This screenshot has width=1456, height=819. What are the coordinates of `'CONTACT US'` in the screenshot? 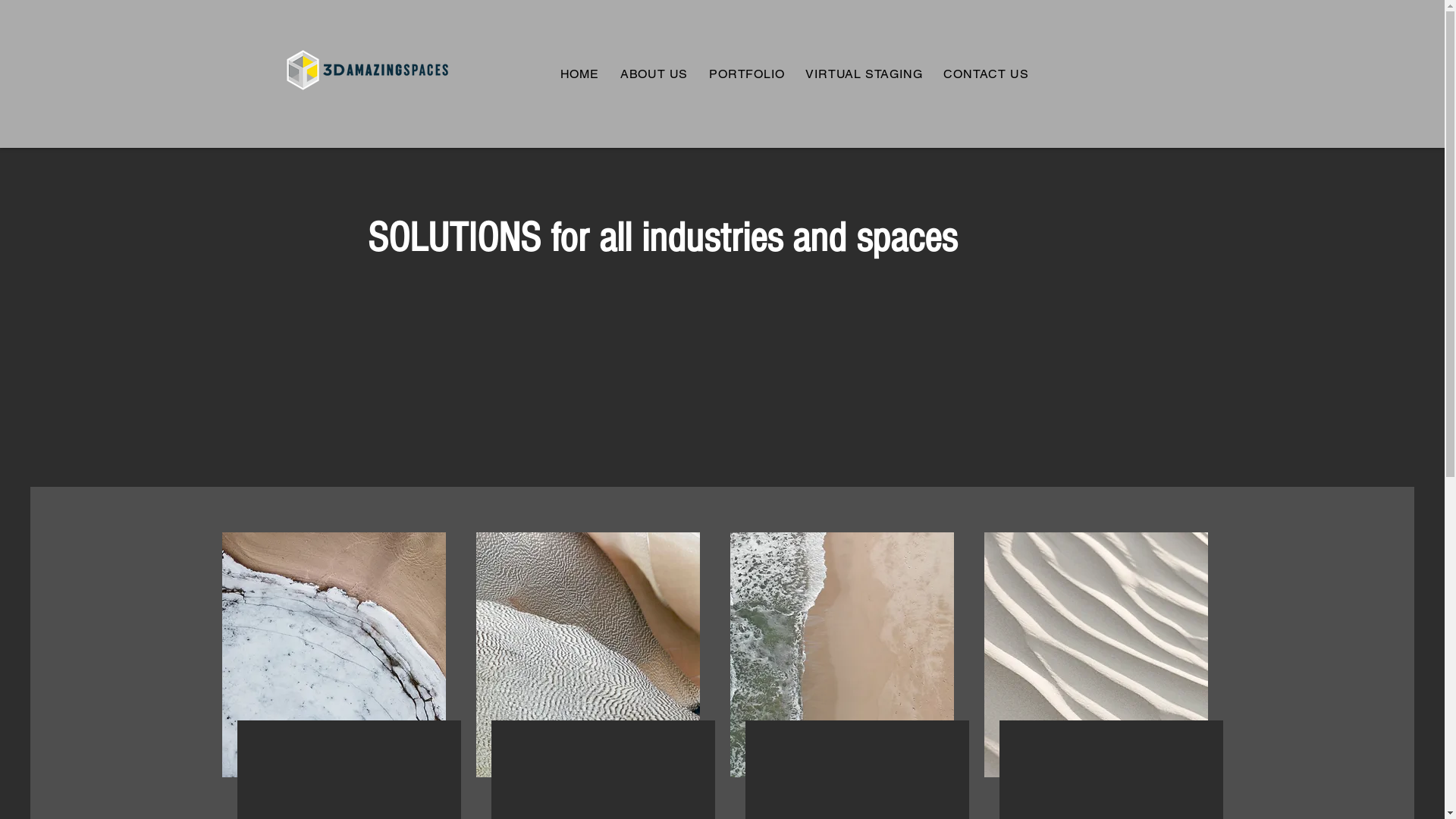 It's located at (986, 73).